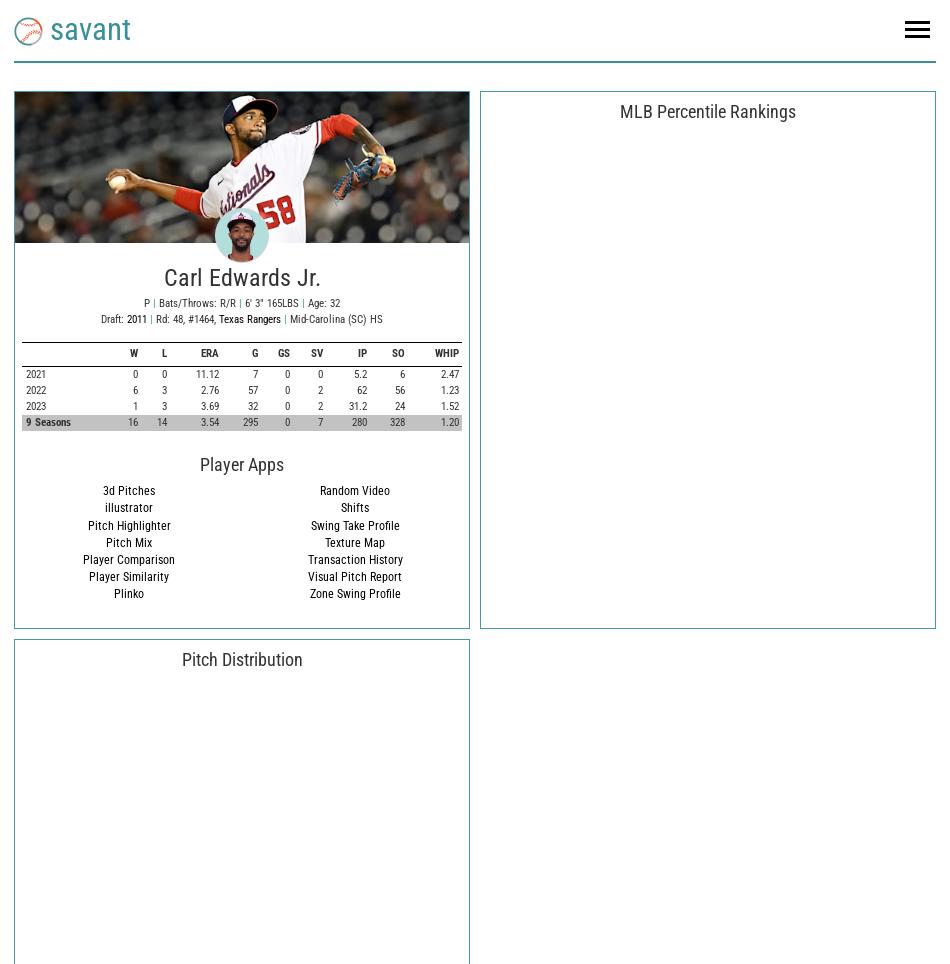 The image size is (950, 964). I want to click on 'Shifts', so click(354, 507).